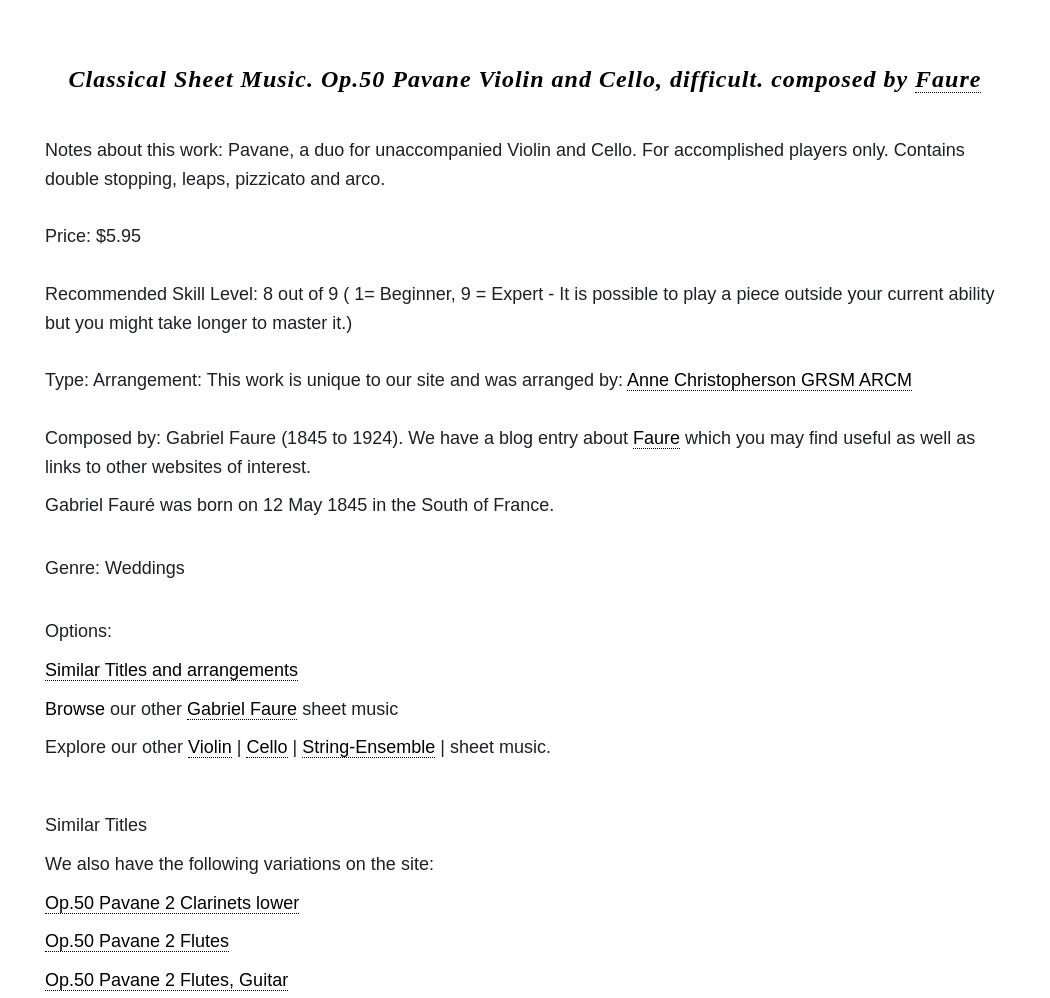 The height and width of the screenshot is (998, 1050). I want to click on 'Price:', so click(69, 236).